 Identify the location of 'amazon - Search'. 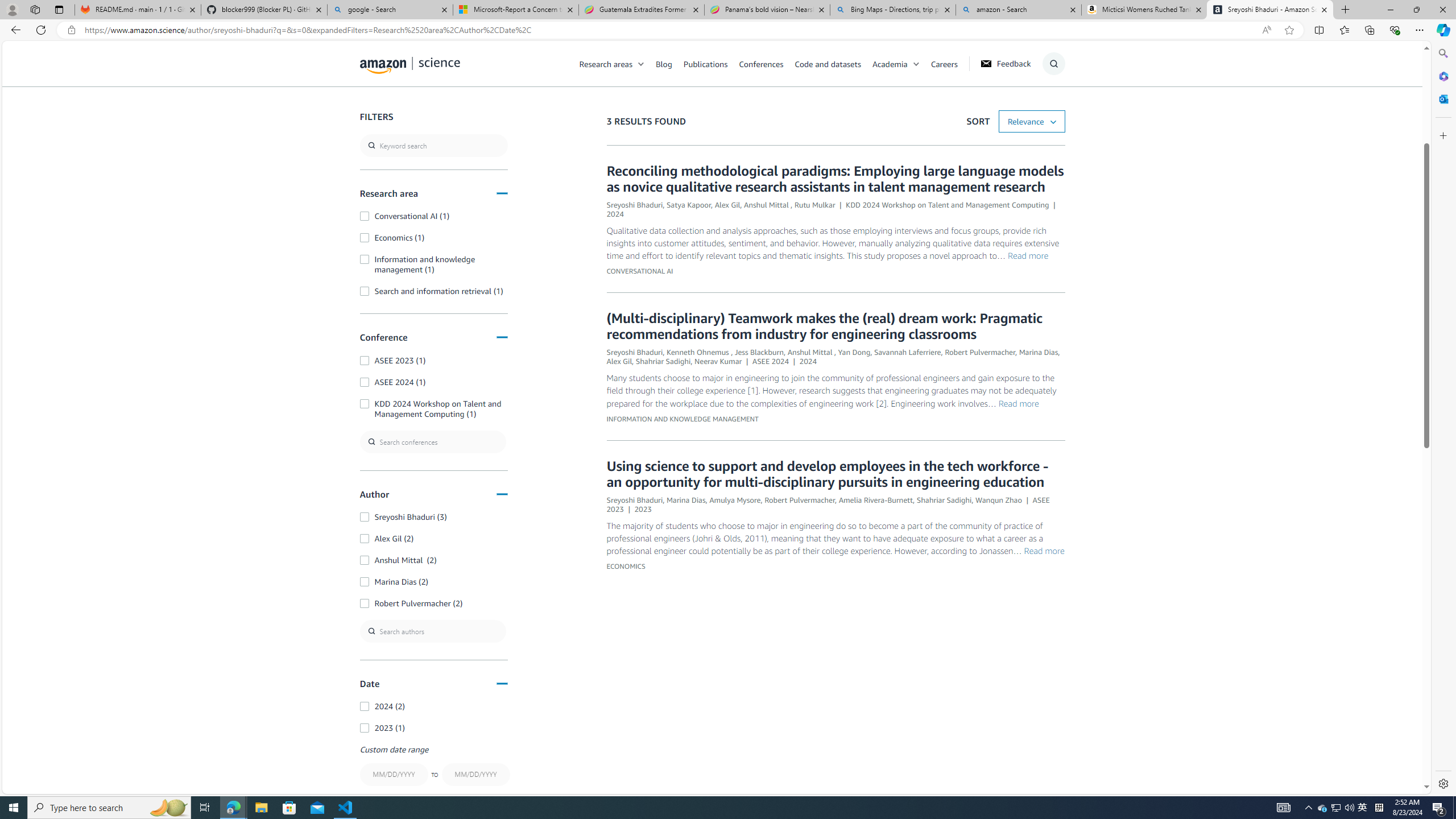
(1017, 9).